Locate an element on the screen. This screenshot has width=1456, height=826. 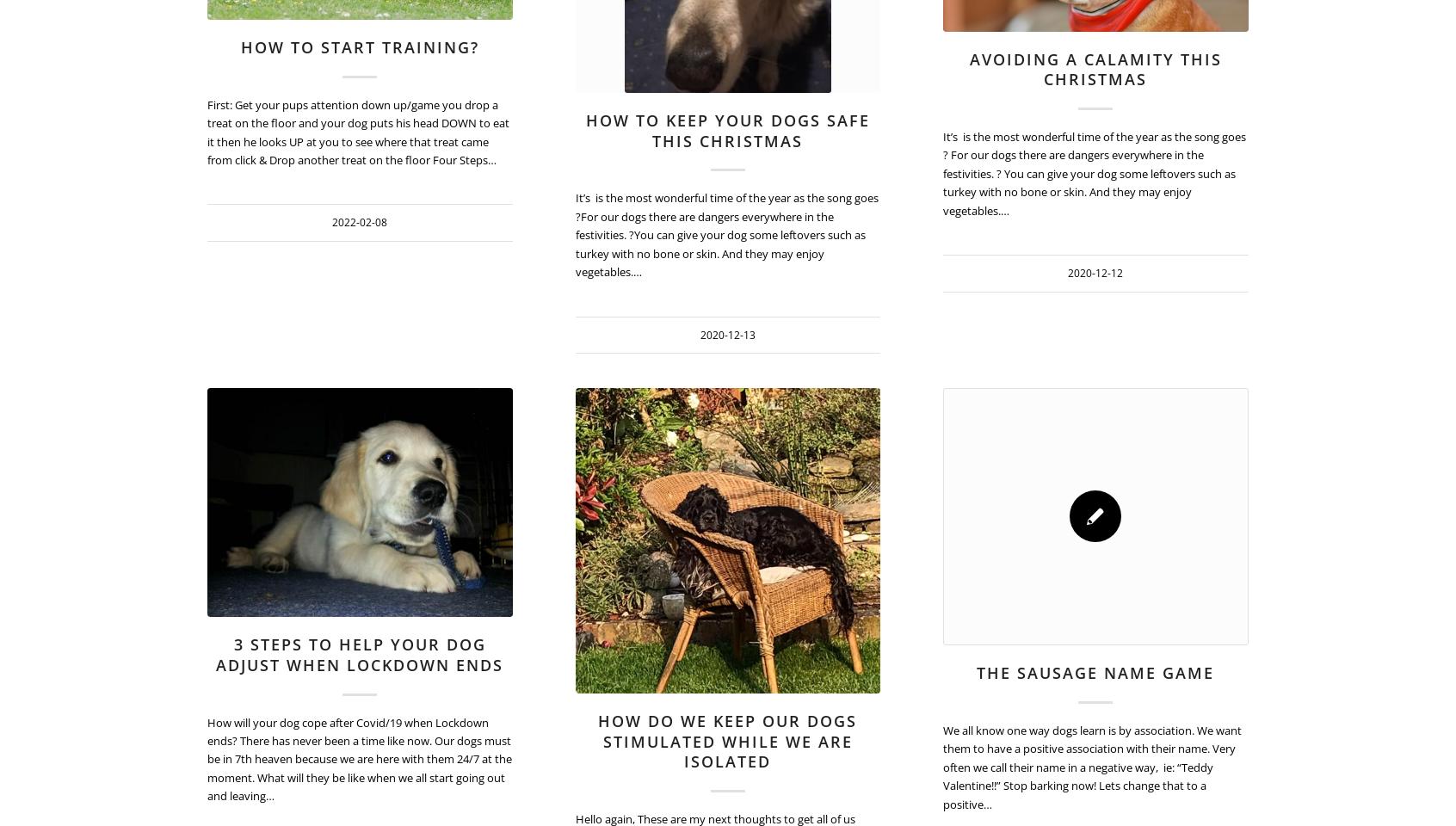
'How to start training?' is located at coordinates (359, 46).